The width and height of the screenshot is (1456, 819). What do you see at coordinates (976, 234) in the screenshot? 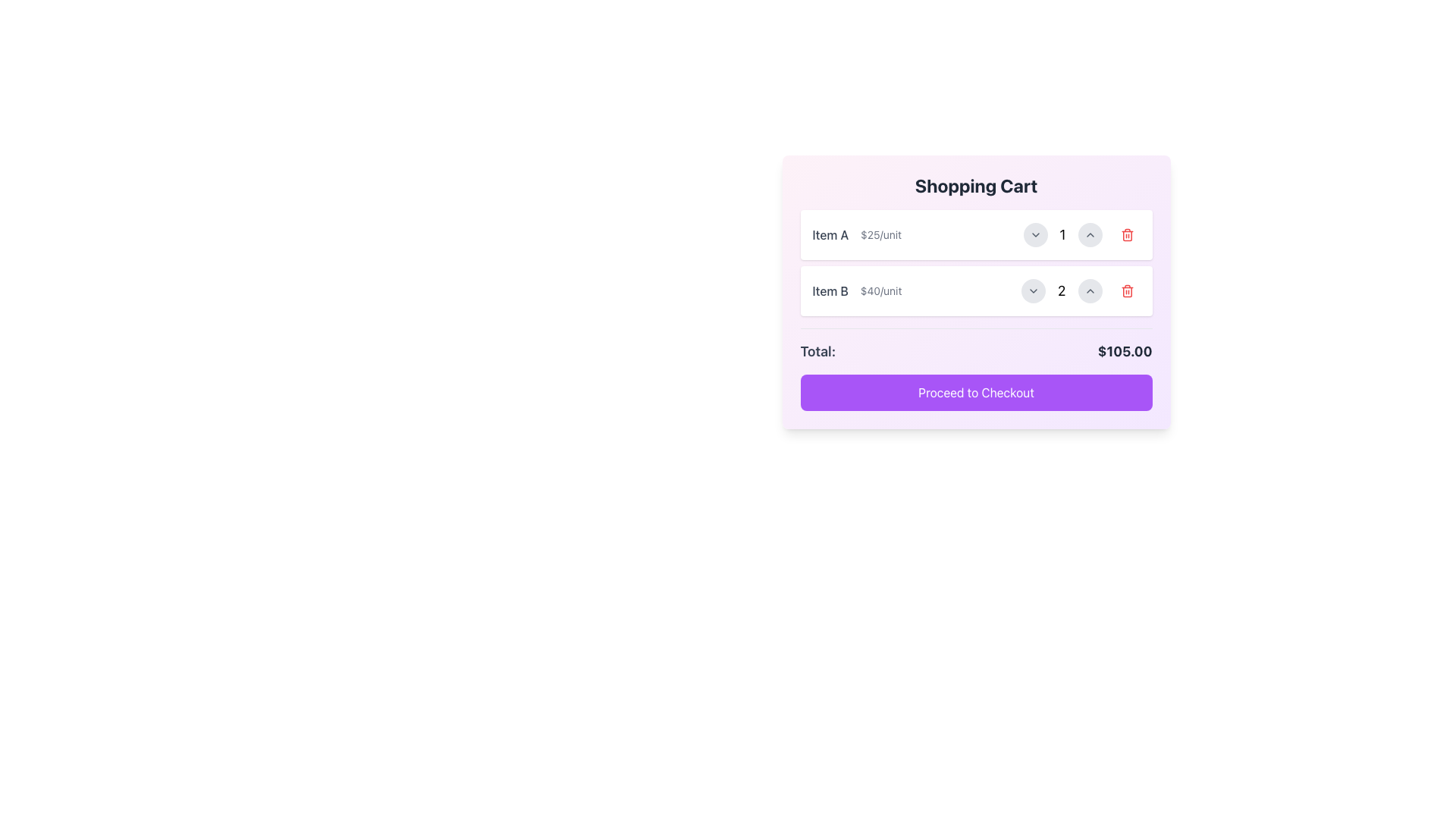
I see `the first item in the shopping cart list, which displays details and allows quantity adjustment or removal` at bounding box center [976, 234].